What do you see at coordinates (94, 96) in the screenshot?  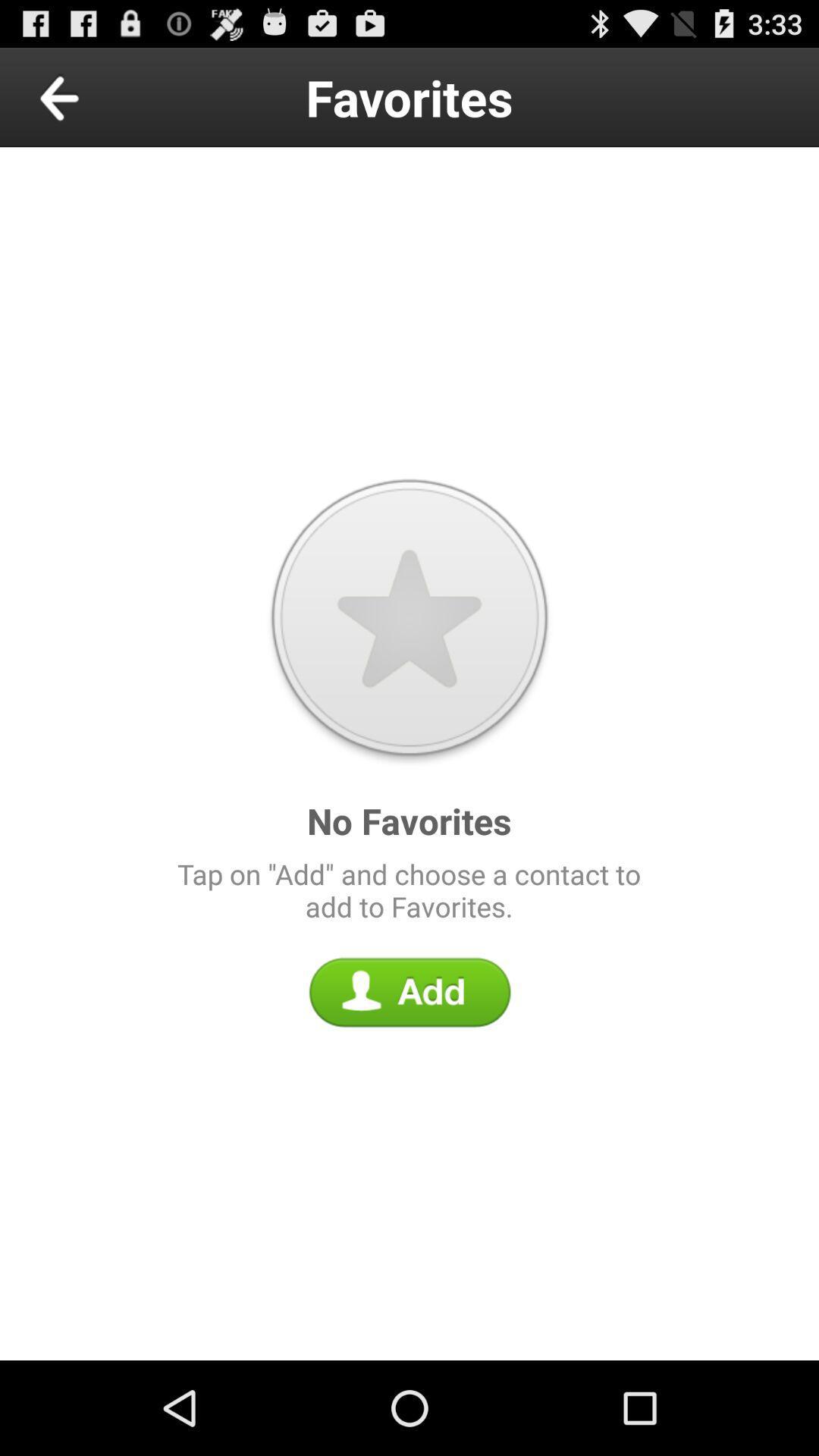 I see `previous` at bounding box center [94, 96].